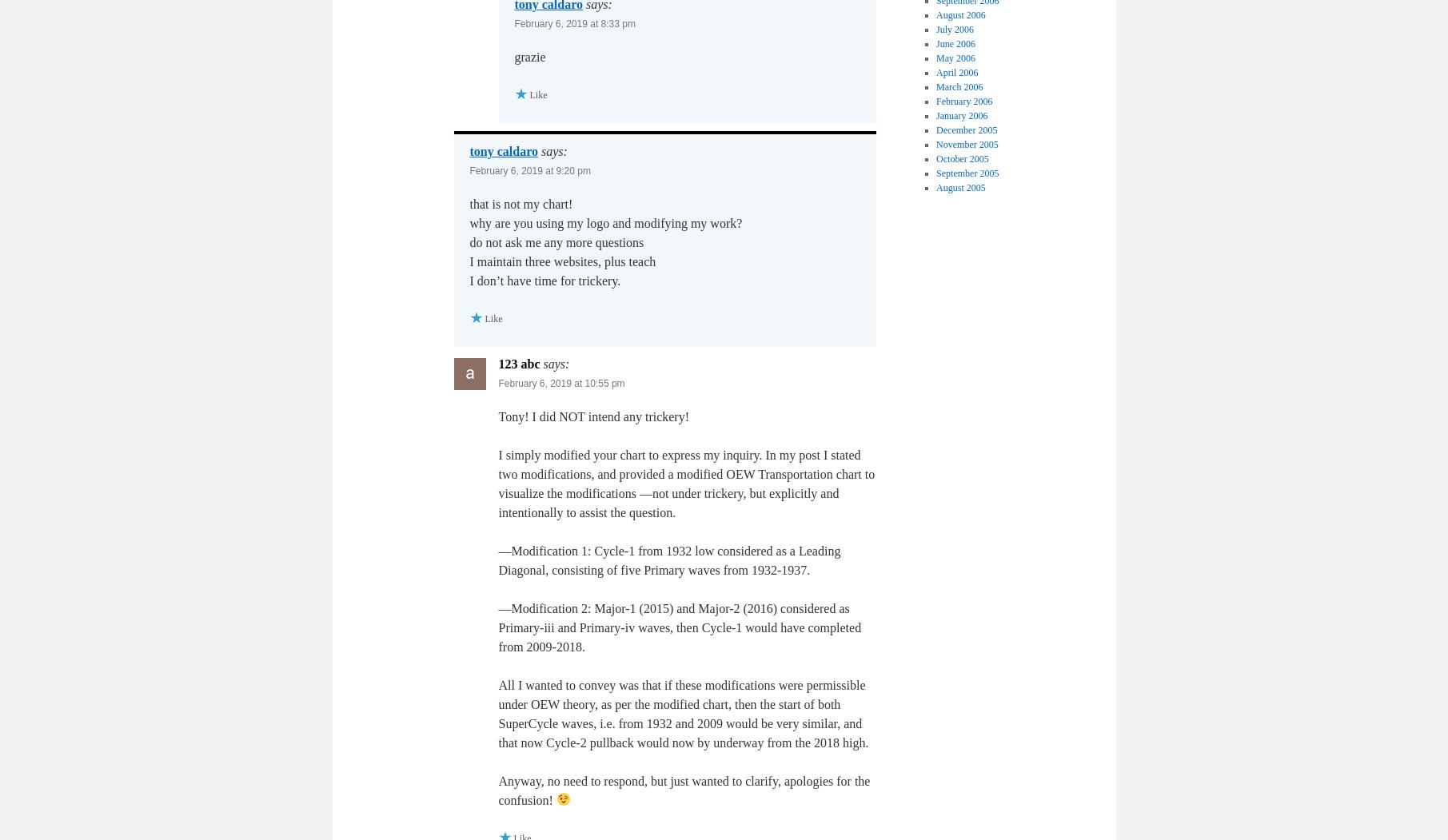  I want to click on 'November 2005', so click(967, 144).